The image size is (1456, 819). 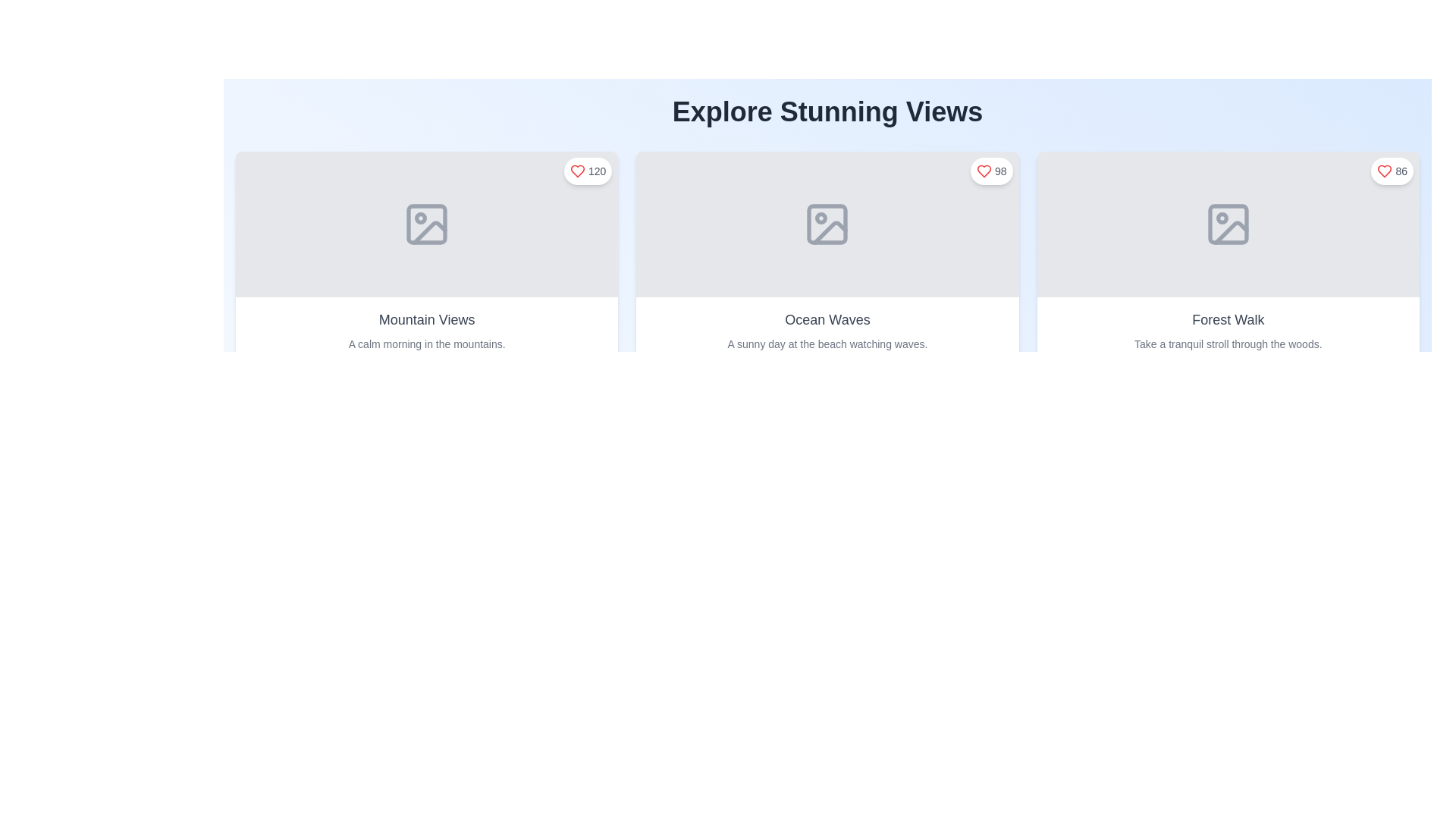 What do you see at coordinates (1228, 318) in the screenshot?
I see `the text element 'Forest Walk' displayed in a medium-weight, large-sized gray font located in the rightmost card of a three-card layout` at bounding box center [1228, 318].